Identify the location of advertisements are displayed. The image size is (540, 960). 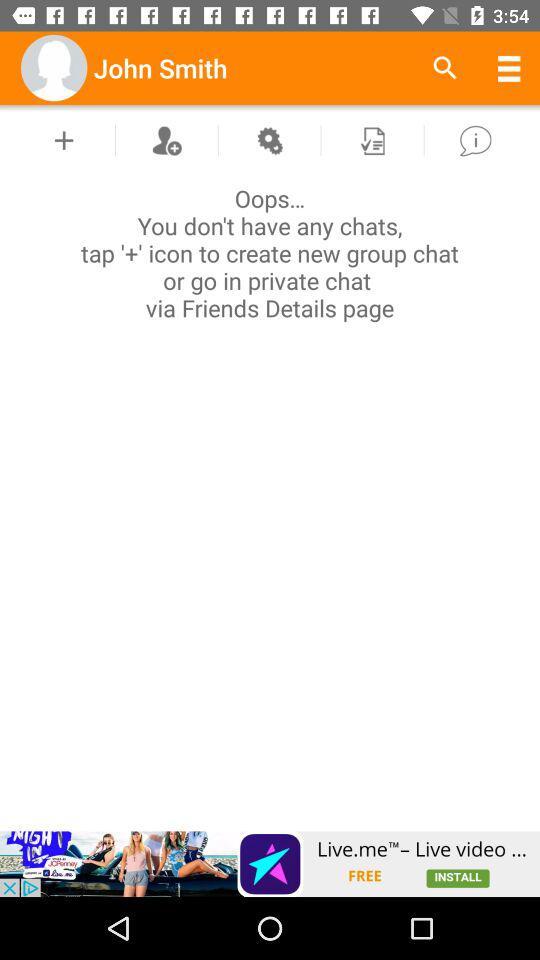
(270, 863).